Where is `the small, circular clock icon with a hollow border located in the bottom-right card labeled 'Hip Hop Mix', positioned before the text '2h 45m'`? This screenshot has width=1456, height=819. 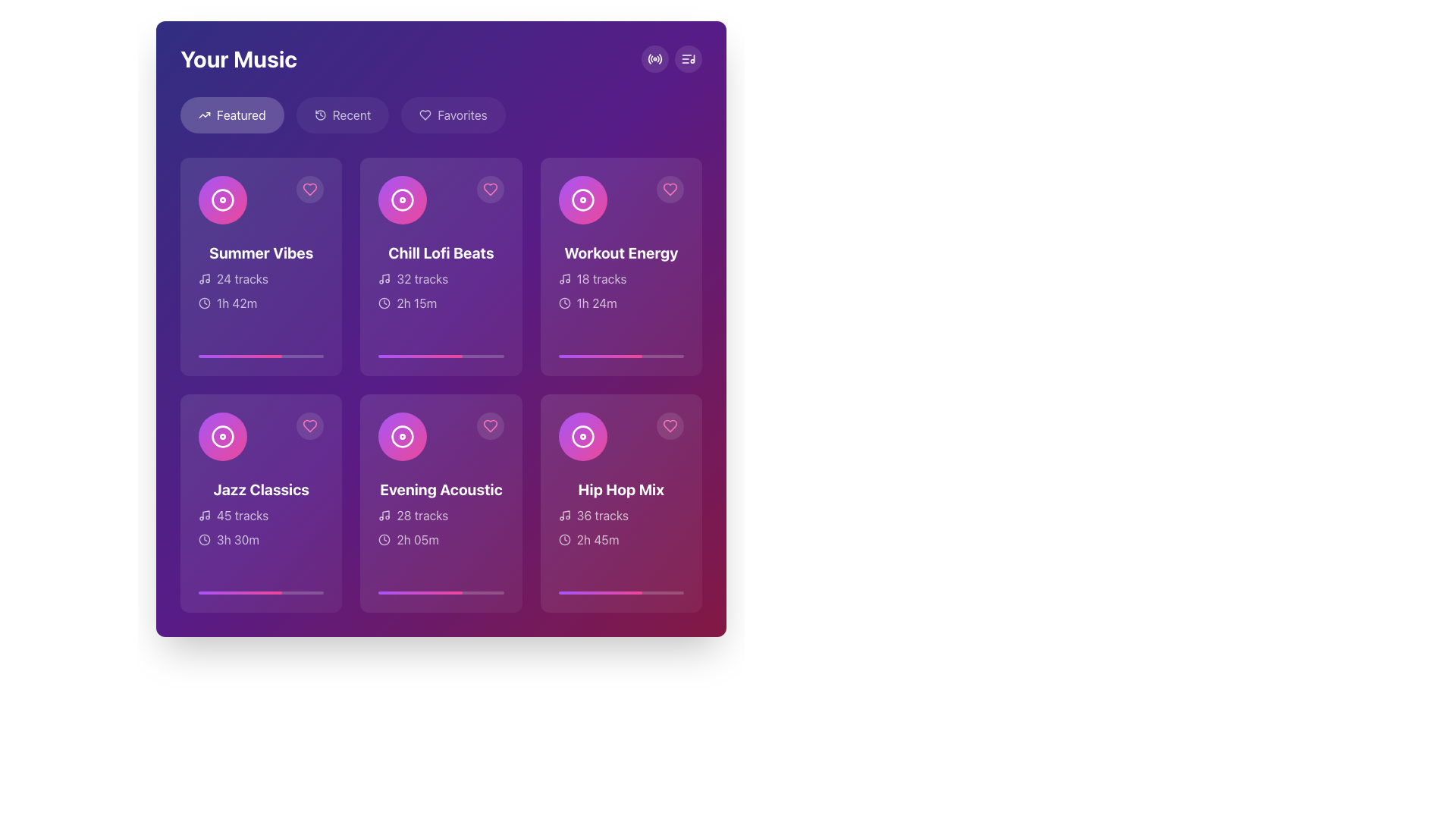 the small, circular clock icon with a hollow border located in the bottom-right card labeled 'Hip Hop Mix', positioned before the text '2h 45m' is located at coordinates (563, 539).